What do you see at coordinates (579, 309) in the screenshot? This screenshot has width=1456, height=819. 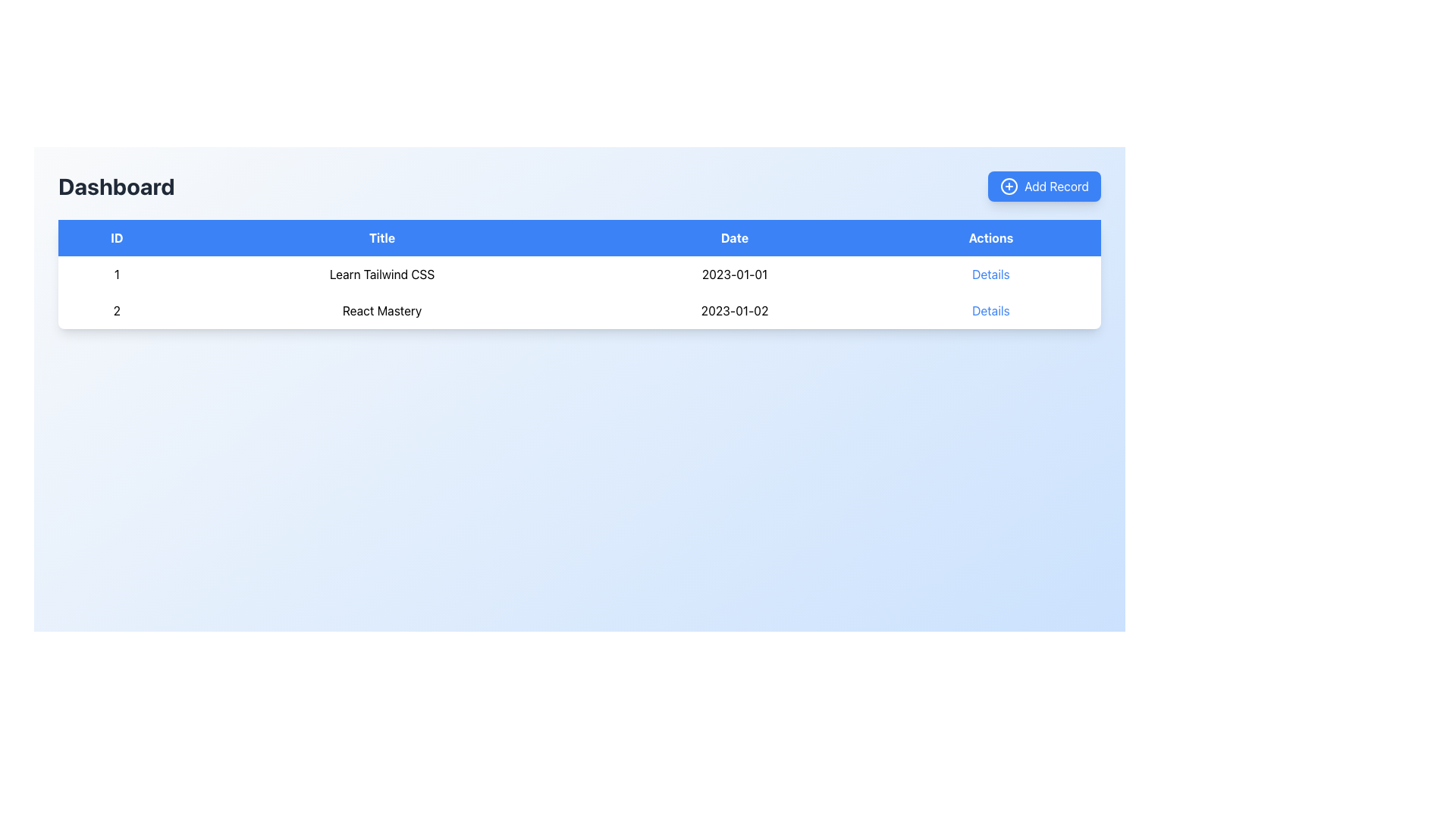 I see `the second table row that summarizes information about a specific lesson, located below the 'Learn Tailwind CSS' row` at bounding box center [579, 309].